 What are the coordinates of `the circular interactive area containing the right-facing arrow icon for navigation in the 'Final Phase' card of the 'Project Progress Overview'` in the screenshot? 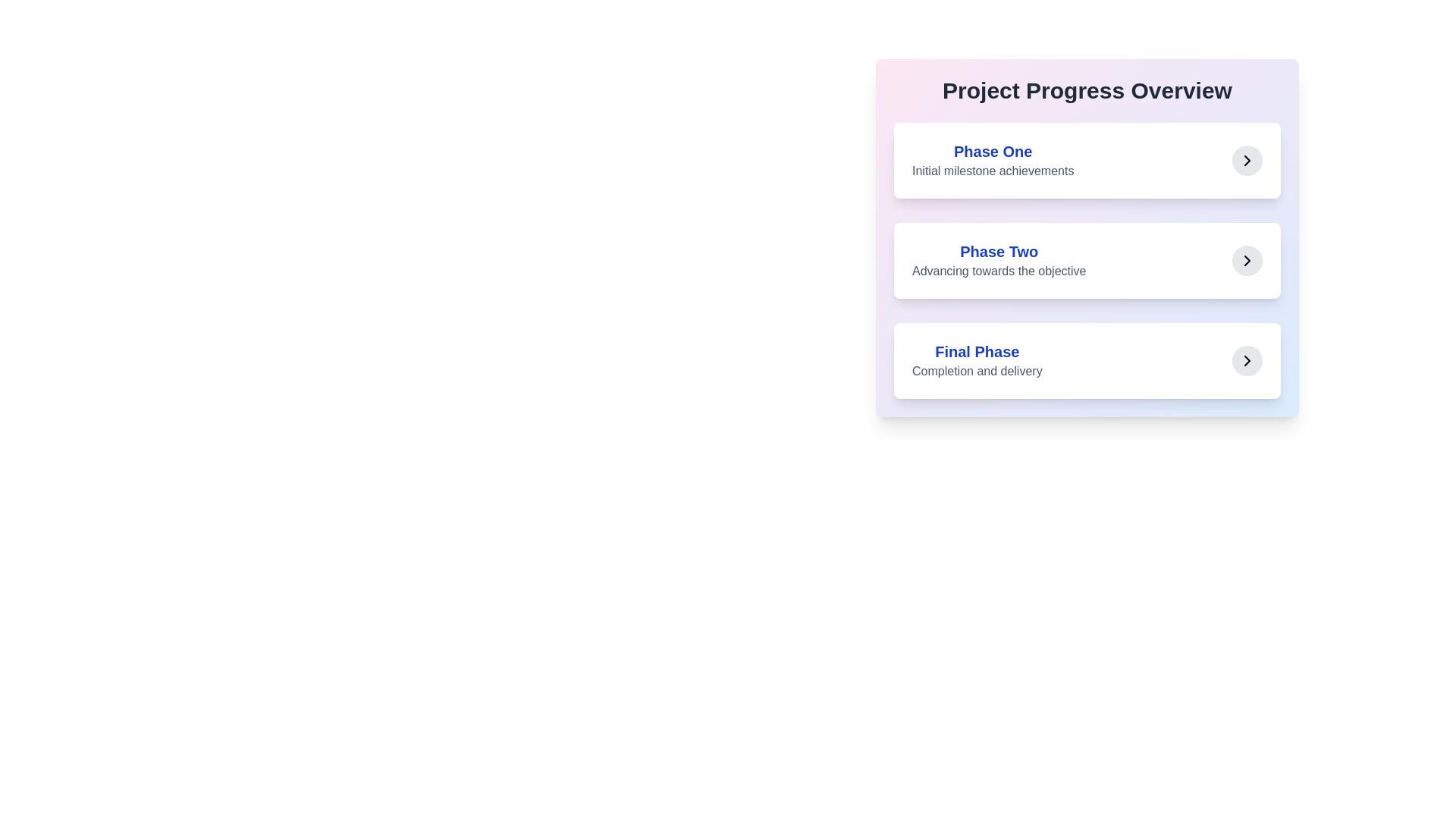 It's located at (1247, 360).